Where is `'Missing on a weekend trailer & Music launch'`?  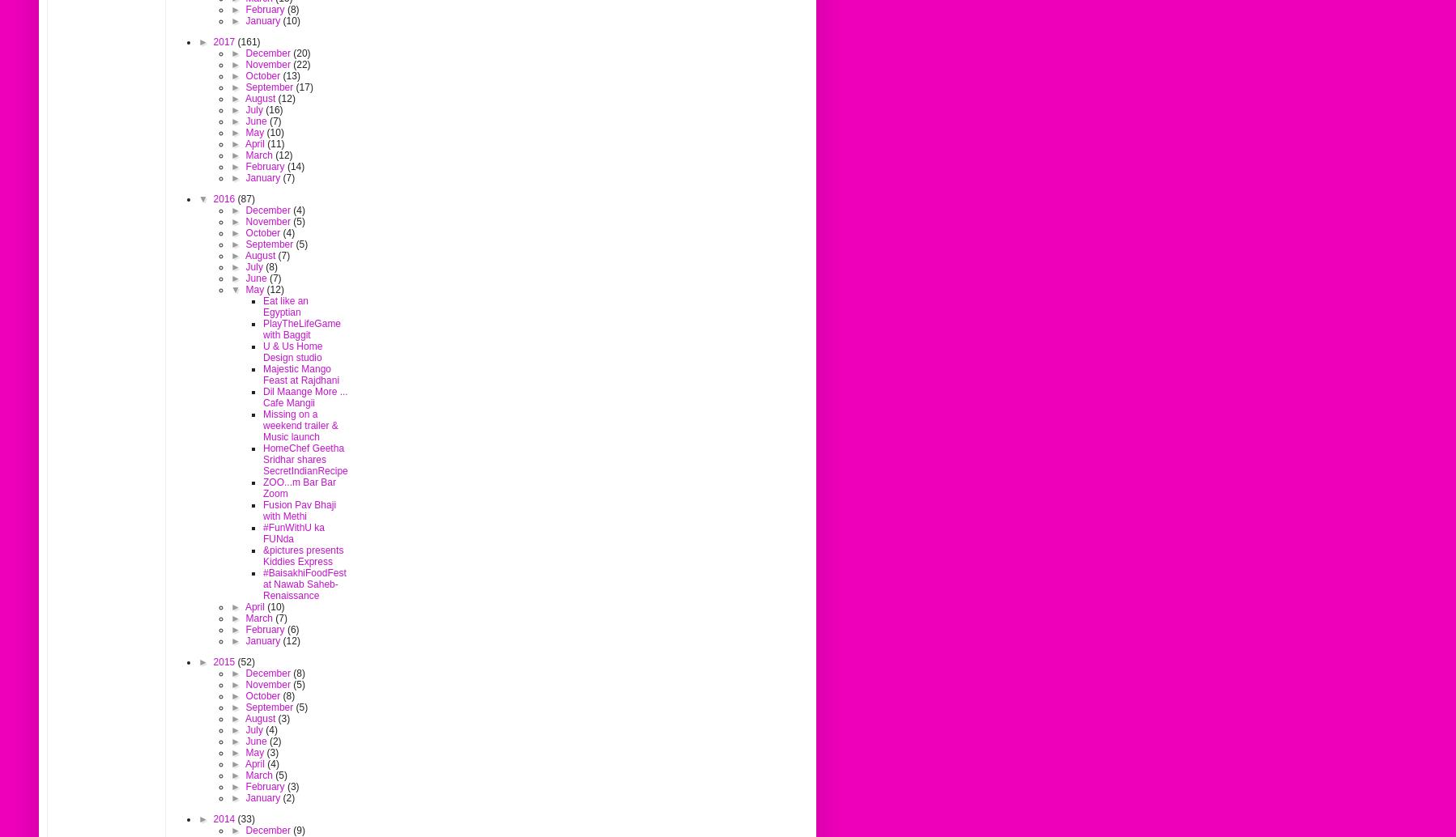 'Missing on a weekend trailer & Music launch' is located at coordinates (299, 425).